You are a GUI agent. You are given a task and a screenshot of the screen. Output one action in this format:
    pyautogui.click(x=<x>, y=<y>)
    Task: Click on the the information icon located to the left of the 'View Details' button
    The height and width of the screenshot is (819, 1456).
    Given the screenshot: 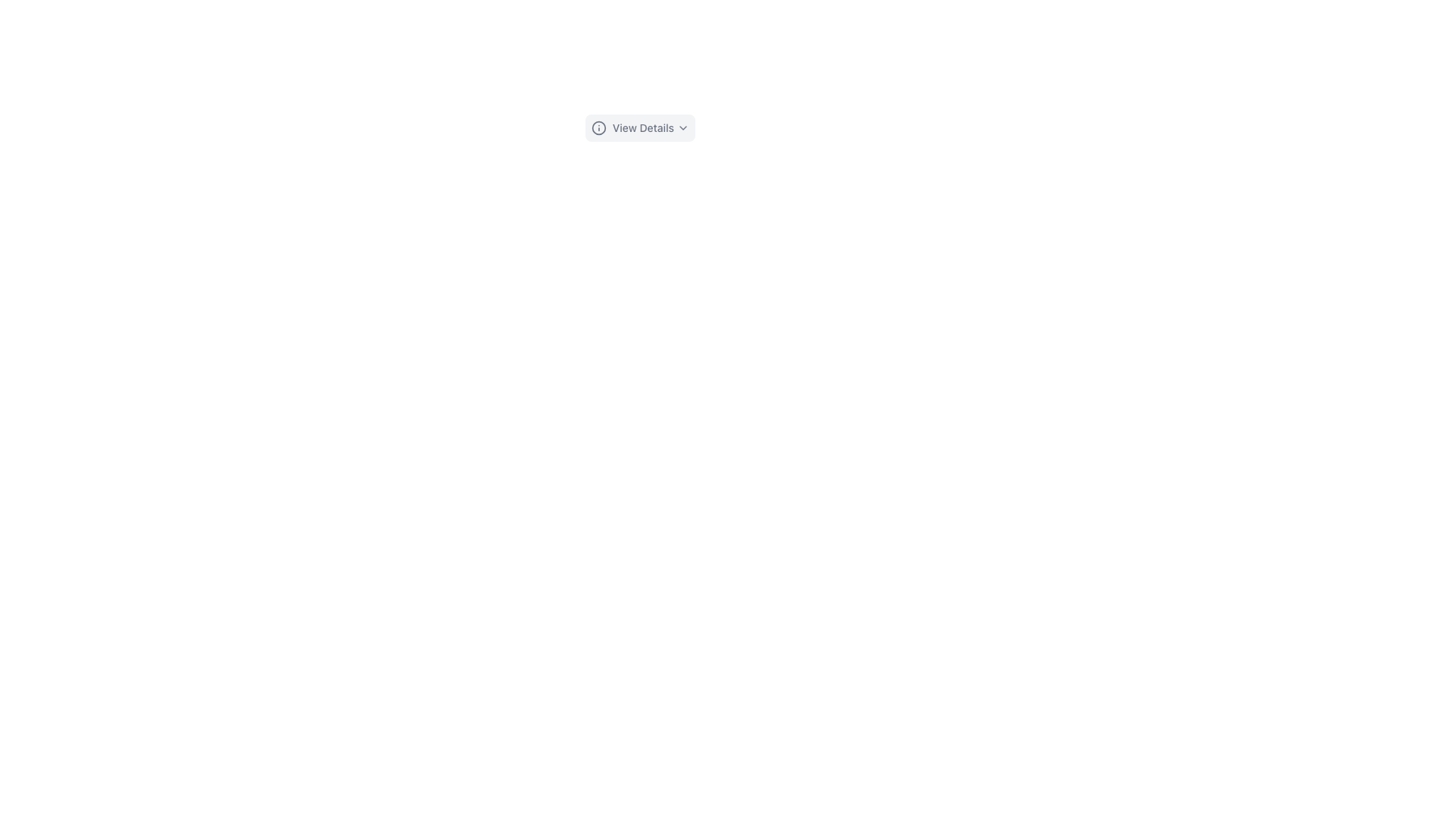 What is the action you would take?
    pyautogui.click(x=598, y=127)
    